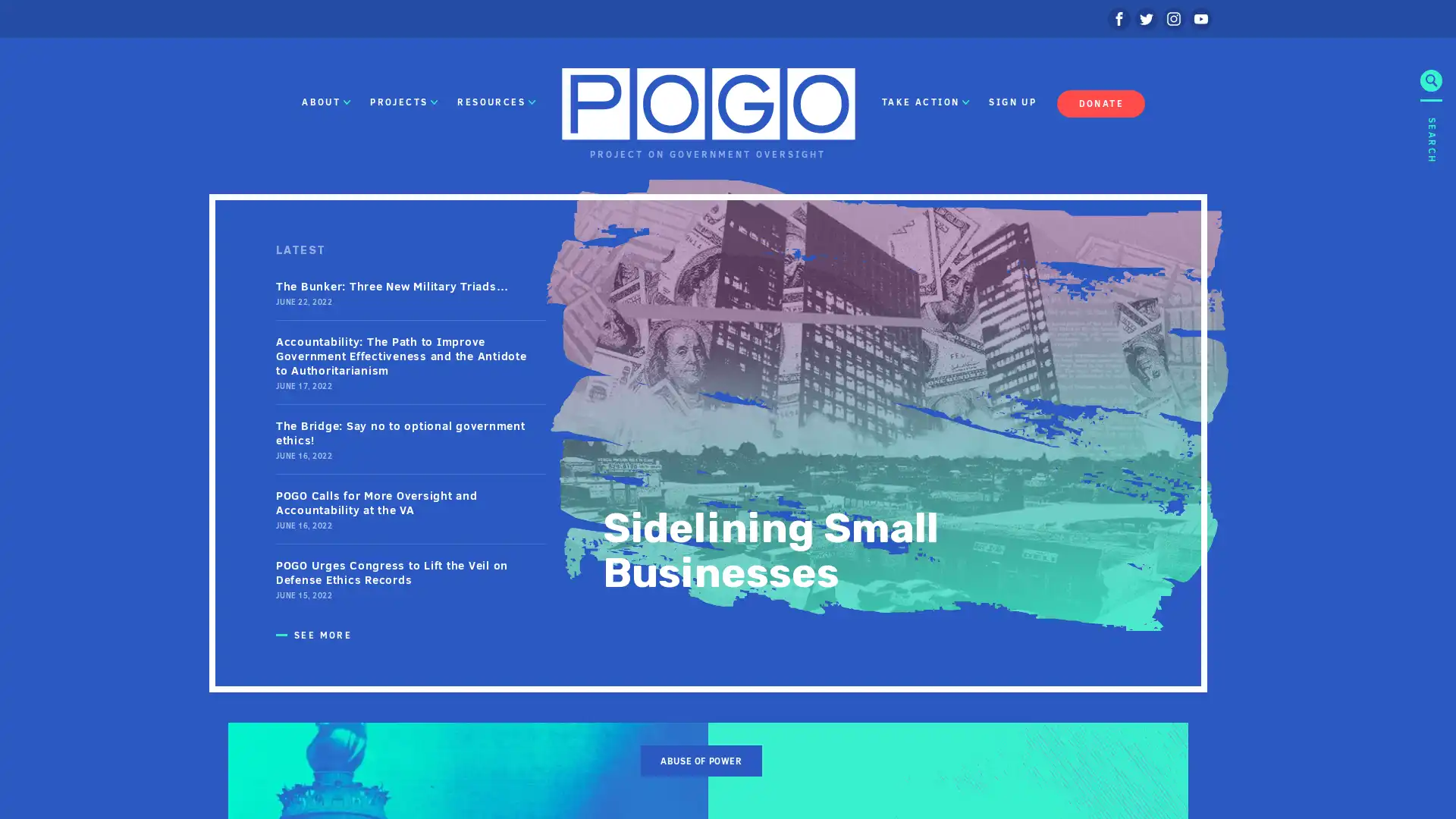  What do you see at coordinates (924, 102) in the screenshot?
I see `TAKE ACTION` at bounding box center [924, 102].